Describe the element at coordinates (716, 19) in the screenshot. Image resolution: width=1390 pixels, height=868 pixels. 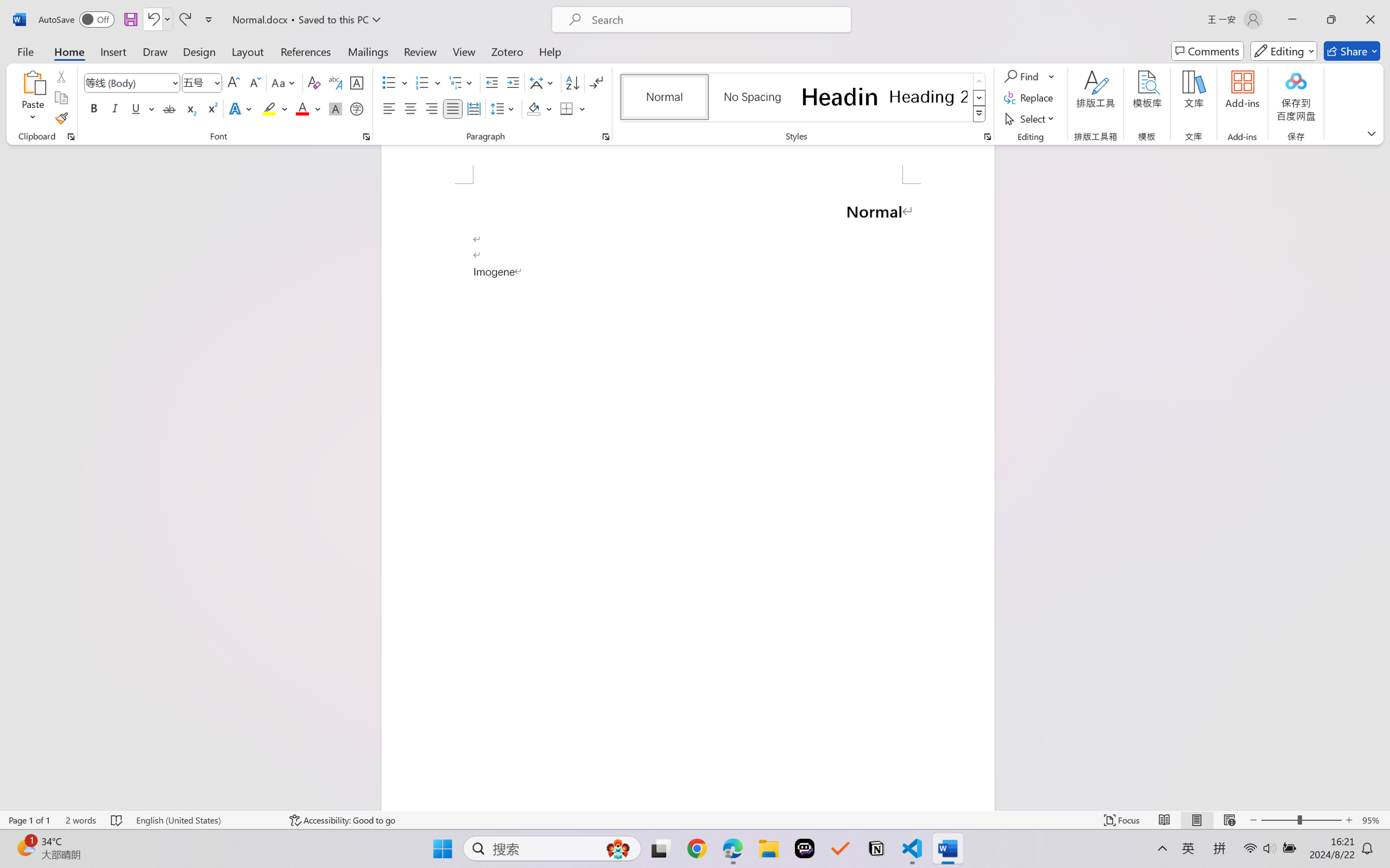
I see `'Microsoft search'` at that location.